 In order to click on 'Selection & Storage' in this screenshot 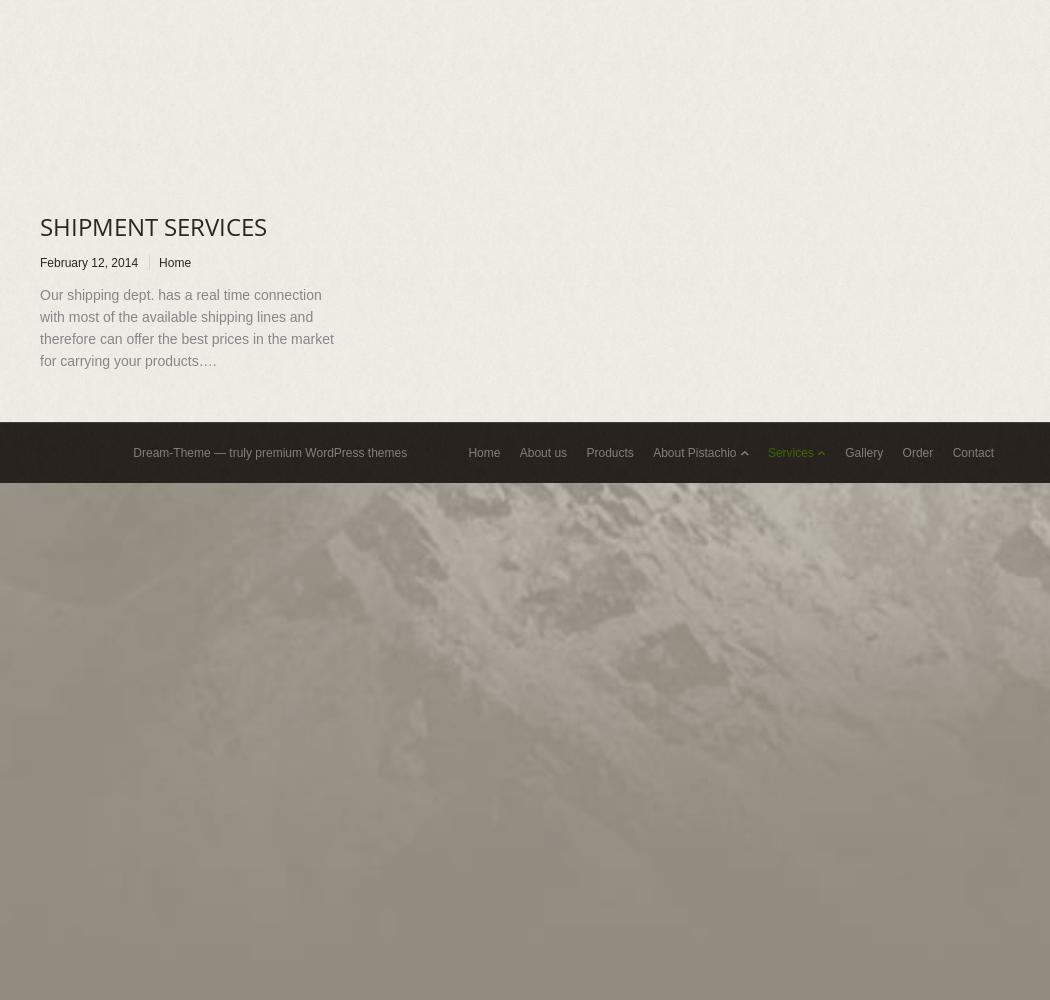, I will do `click(786, 344)`.